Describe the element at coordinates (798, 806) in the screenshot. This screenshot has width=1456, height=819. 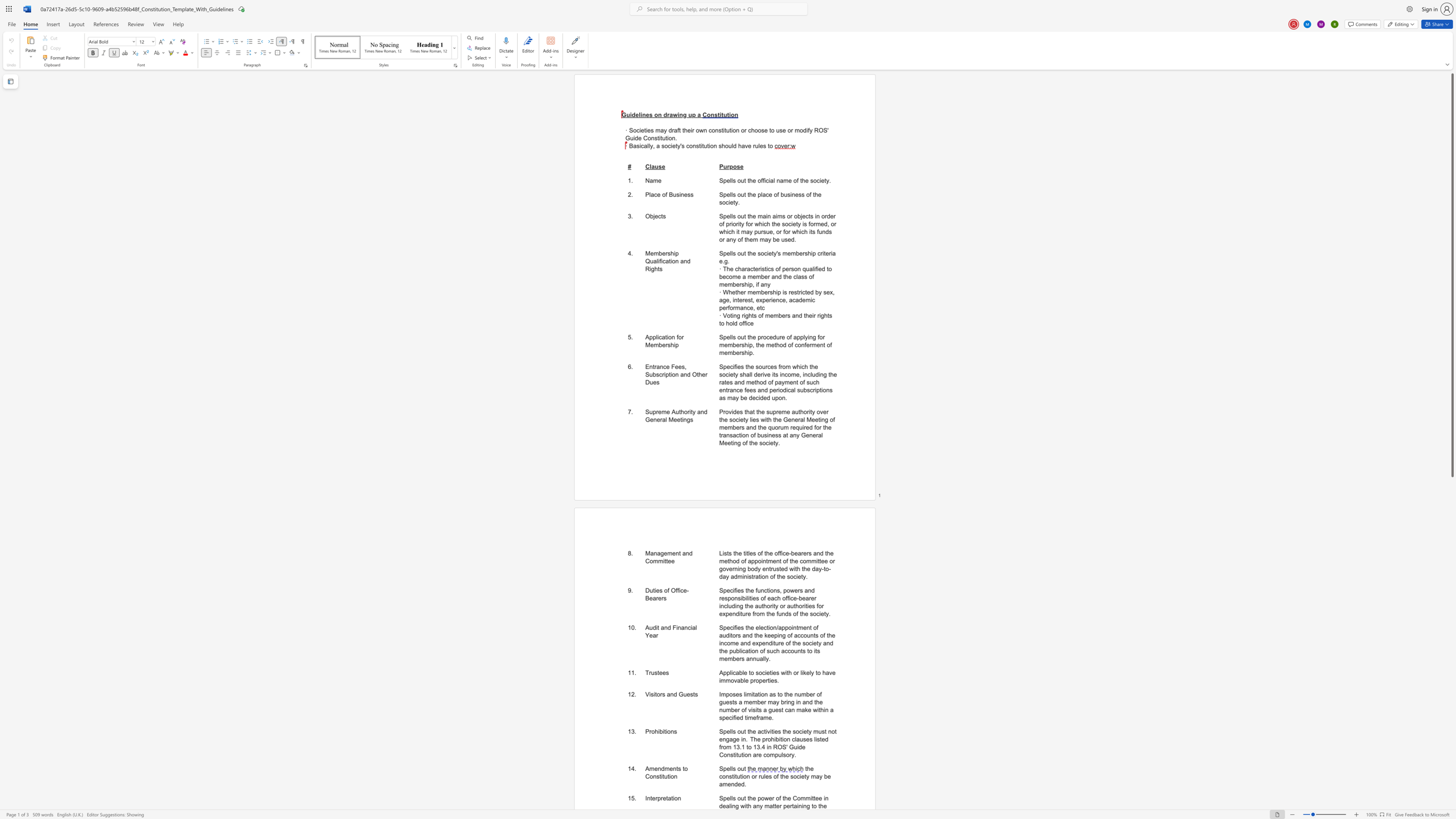
I see `the subset text "ning" within the text "pertaining to"` at that location.